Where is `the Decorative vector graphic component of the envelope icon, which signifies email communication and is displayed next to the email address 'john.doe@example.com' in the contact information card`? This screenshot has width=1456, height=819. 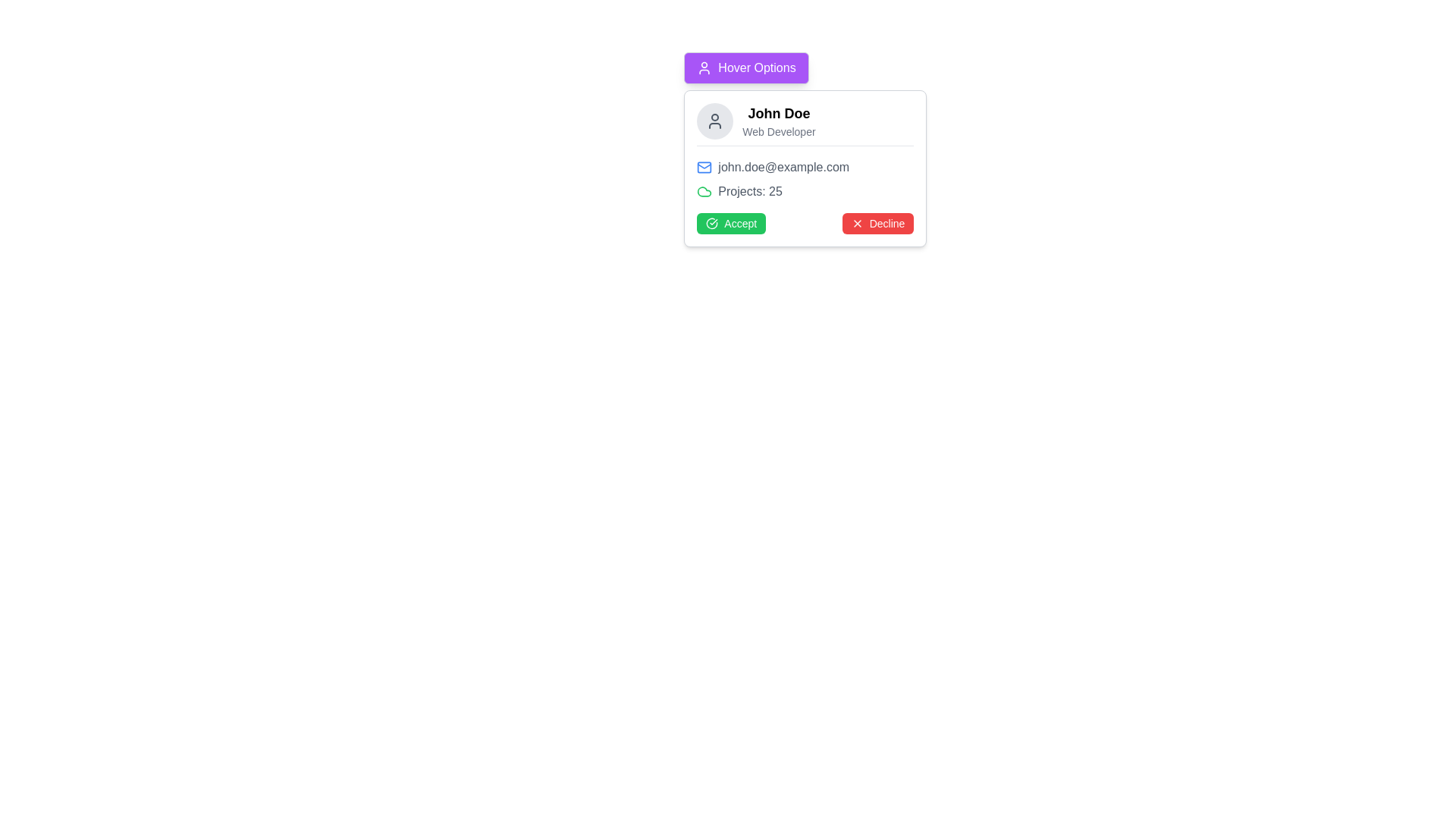 the Decorative vector graphic component of the envelope icon, which signifies email communication and is displayed next to the email address 'john.doe@example.com' in the contact information card is located at coordinates (704, 166).